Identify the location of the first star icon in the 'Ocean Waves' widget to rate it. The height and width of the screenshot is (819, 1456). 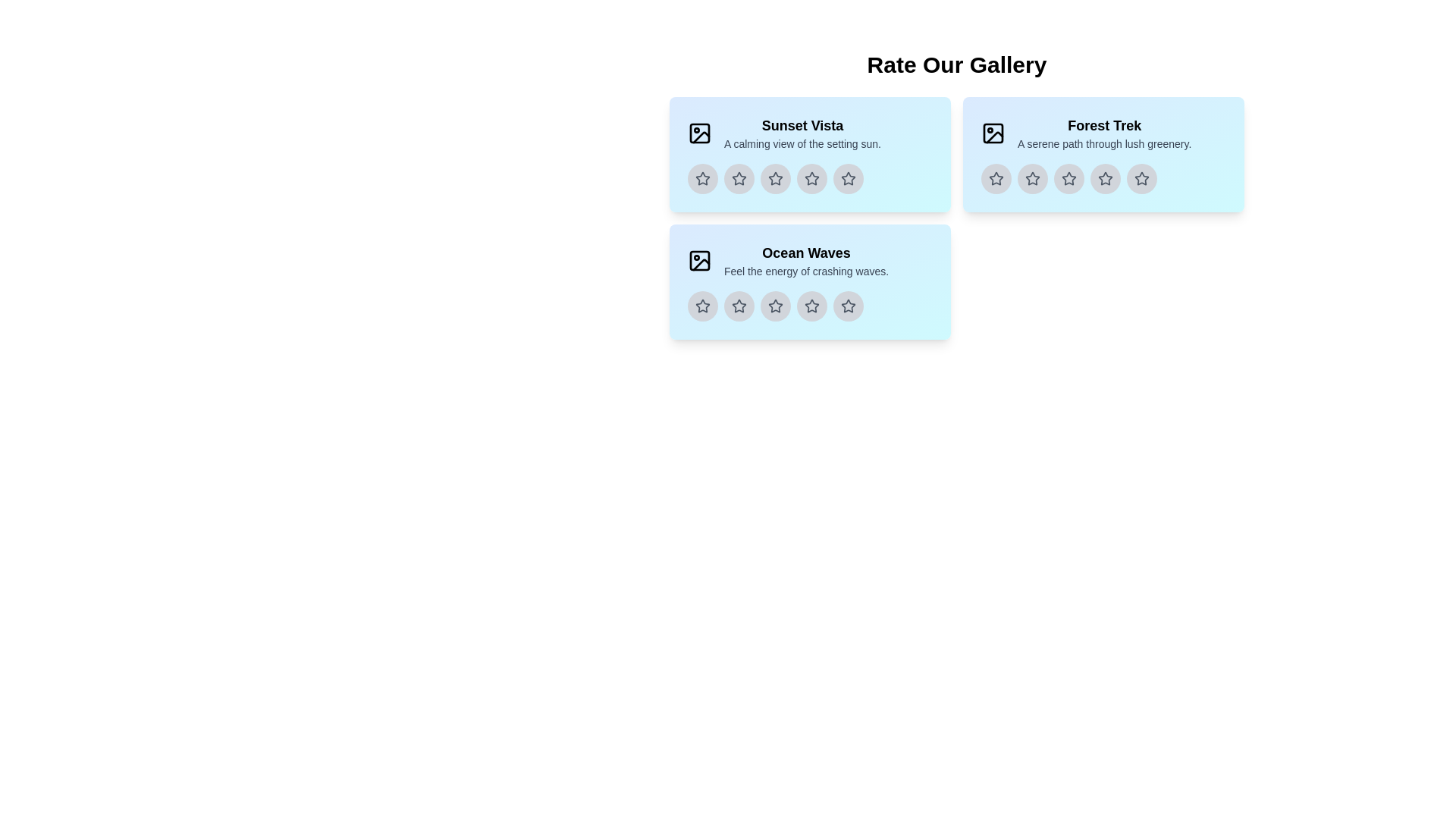
(701, 306).